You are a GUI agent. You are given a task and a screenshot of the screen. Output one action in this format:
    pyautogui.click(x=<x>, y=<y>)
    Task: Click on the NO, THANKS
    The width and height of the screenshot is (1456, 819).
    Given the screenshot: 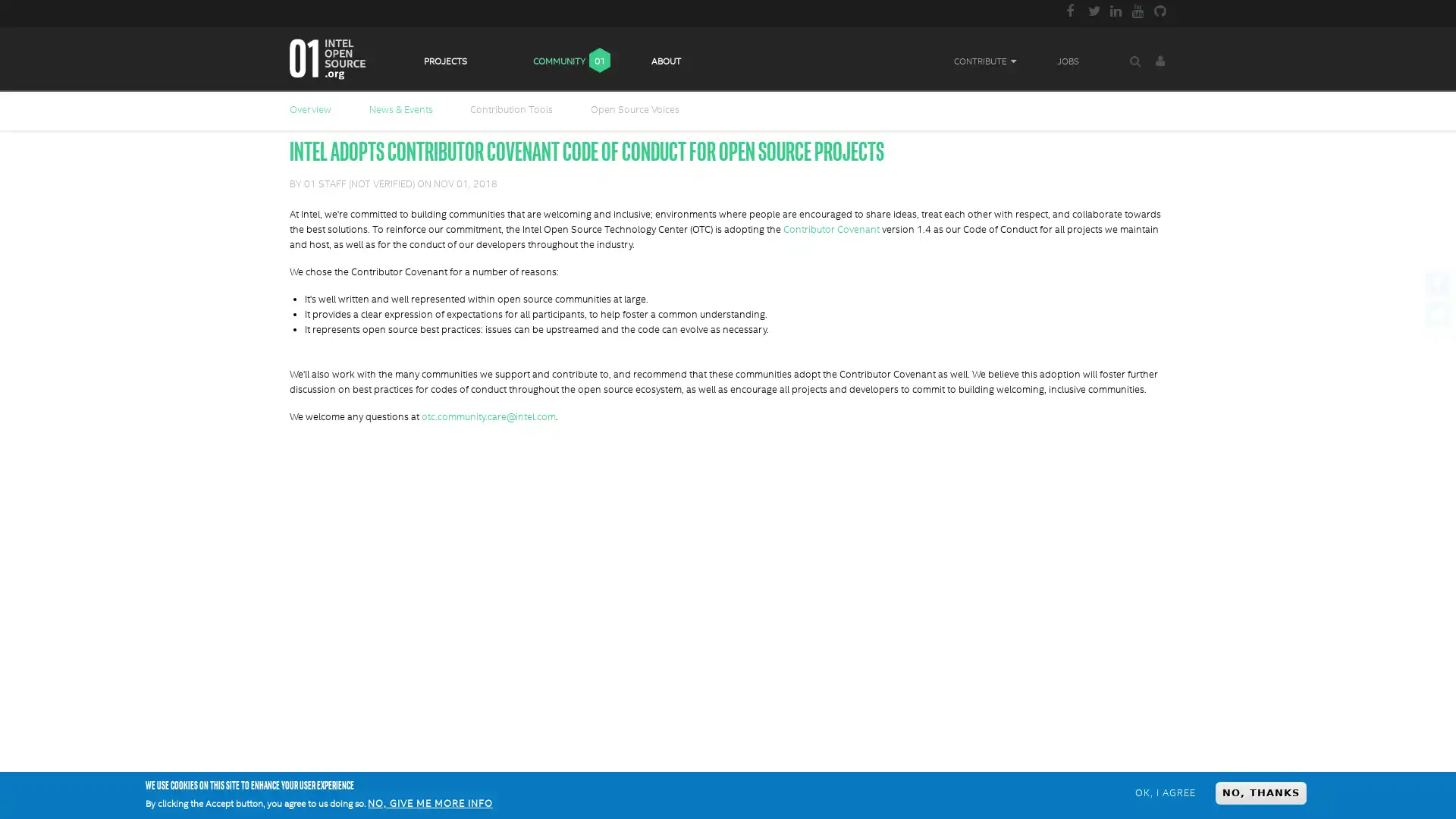 What is the action you would take?
    pyautogui.click(x=1260, y=792)
    